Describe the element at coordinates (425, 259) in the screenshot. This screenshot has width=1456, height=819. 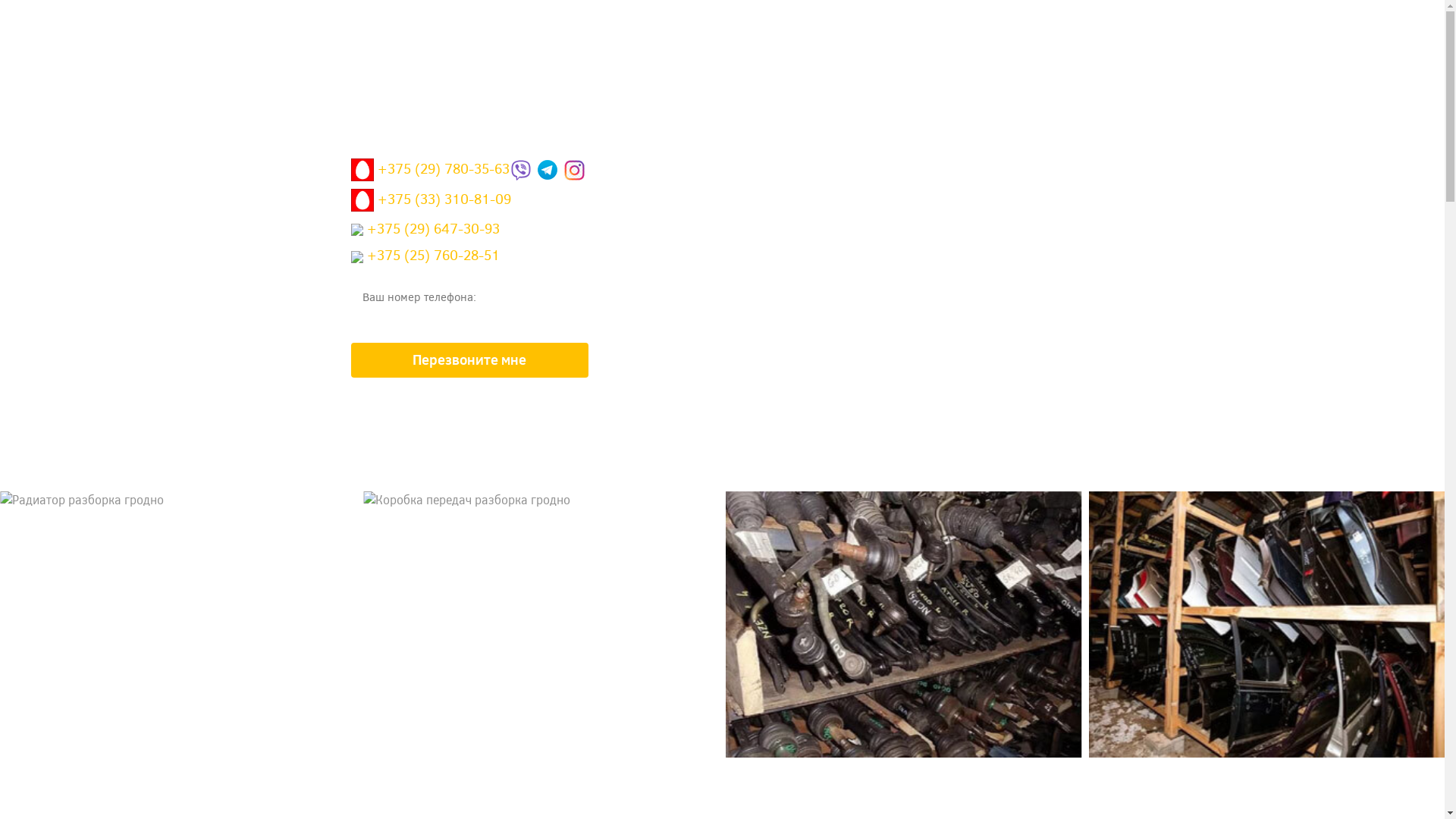
I see `'+375 (25) 760-28-51'` at that location.